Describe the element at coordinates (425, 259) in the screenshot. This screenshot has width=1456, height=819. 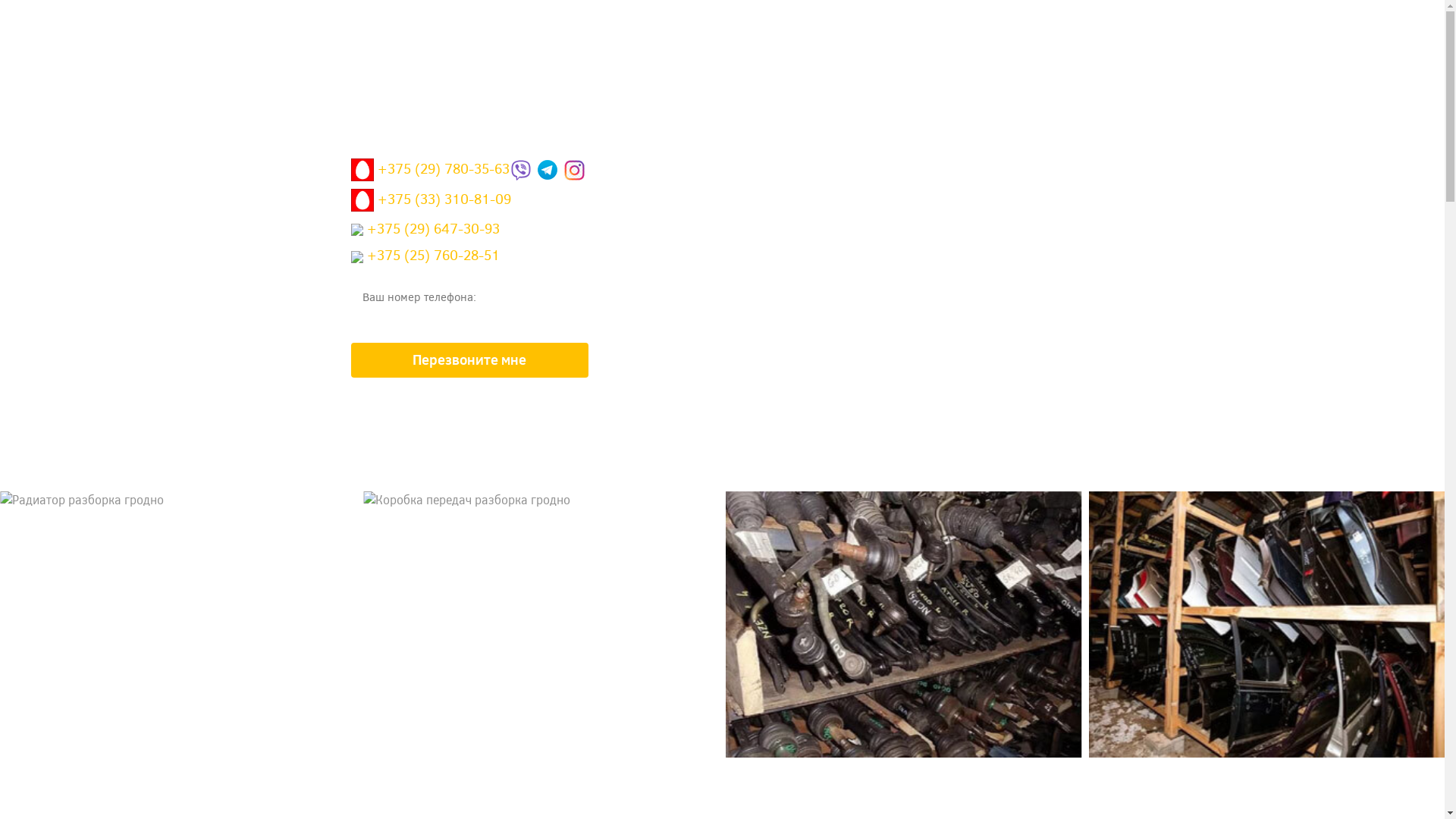
I see `'+375 (25) 760-28-51'` at that location.